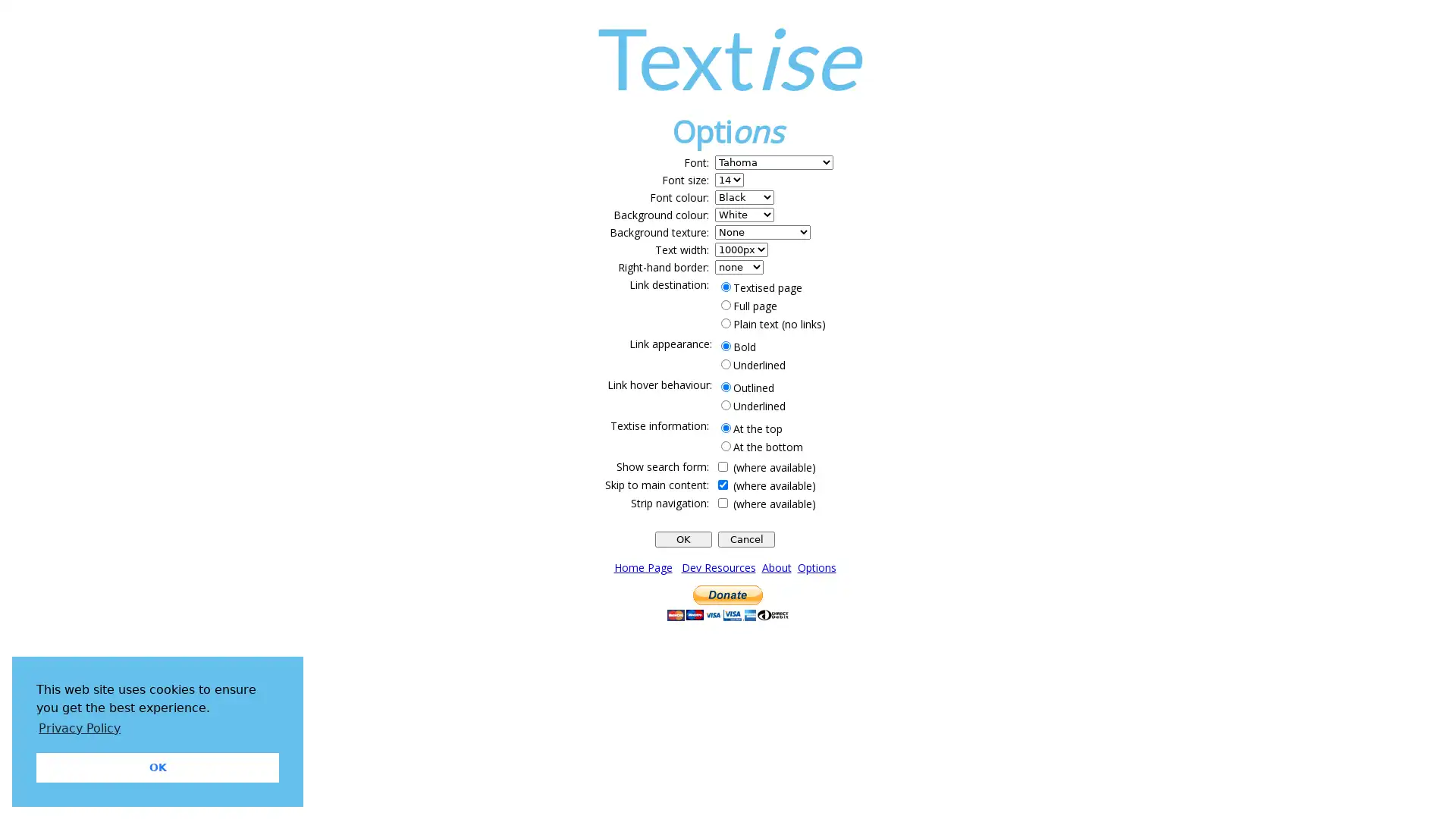  Describe the element at coordinates (79, 727) in the screenshot. I see `learn more about cookies` at that location.